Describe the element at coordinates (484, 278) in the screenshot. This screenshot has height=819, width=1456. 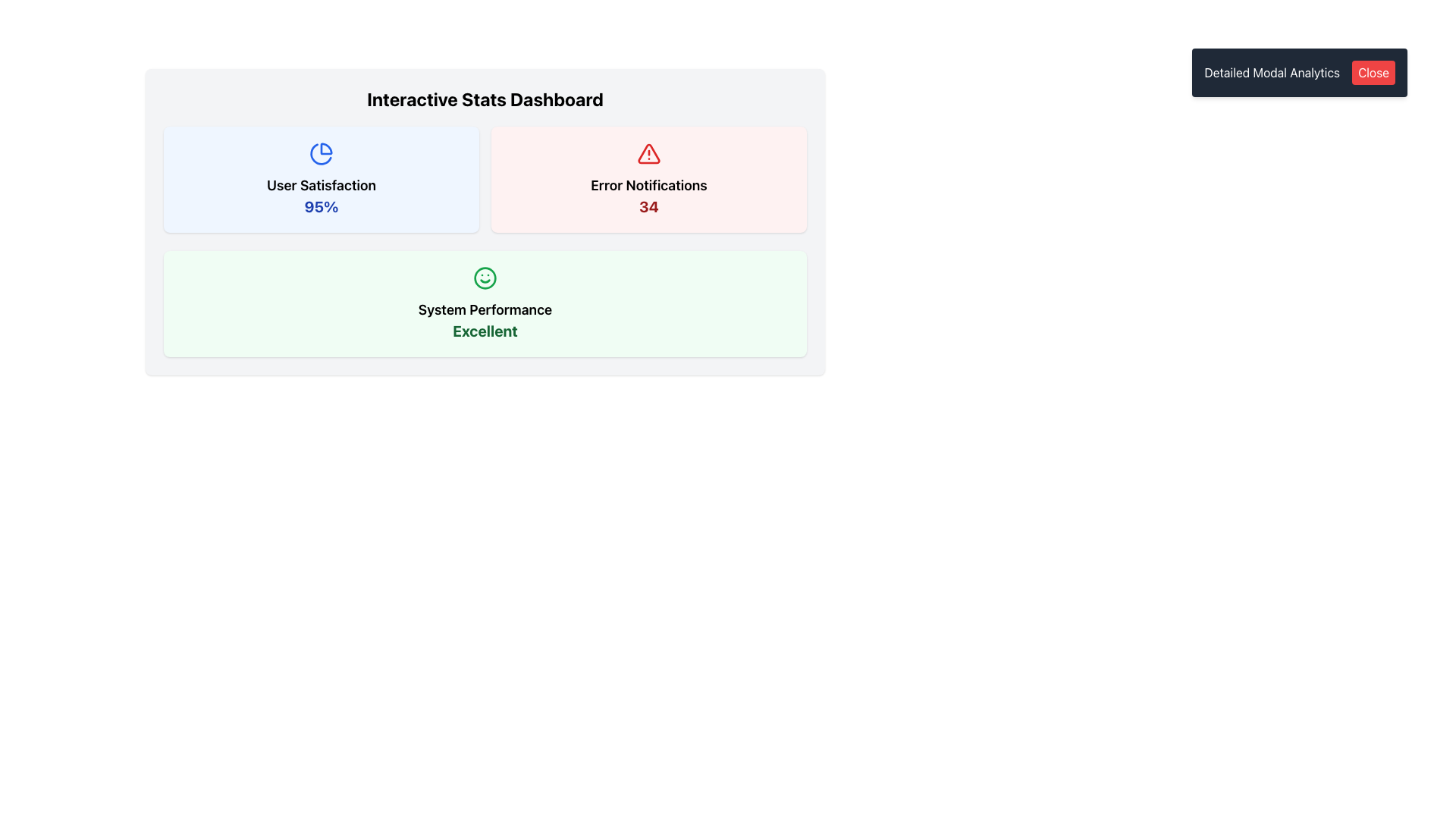
I see `the decorative icon indicating positive performance, which is centrally positioned above the text 'System Performance Excellent' in the green-highlighted section of the interface` at that location.